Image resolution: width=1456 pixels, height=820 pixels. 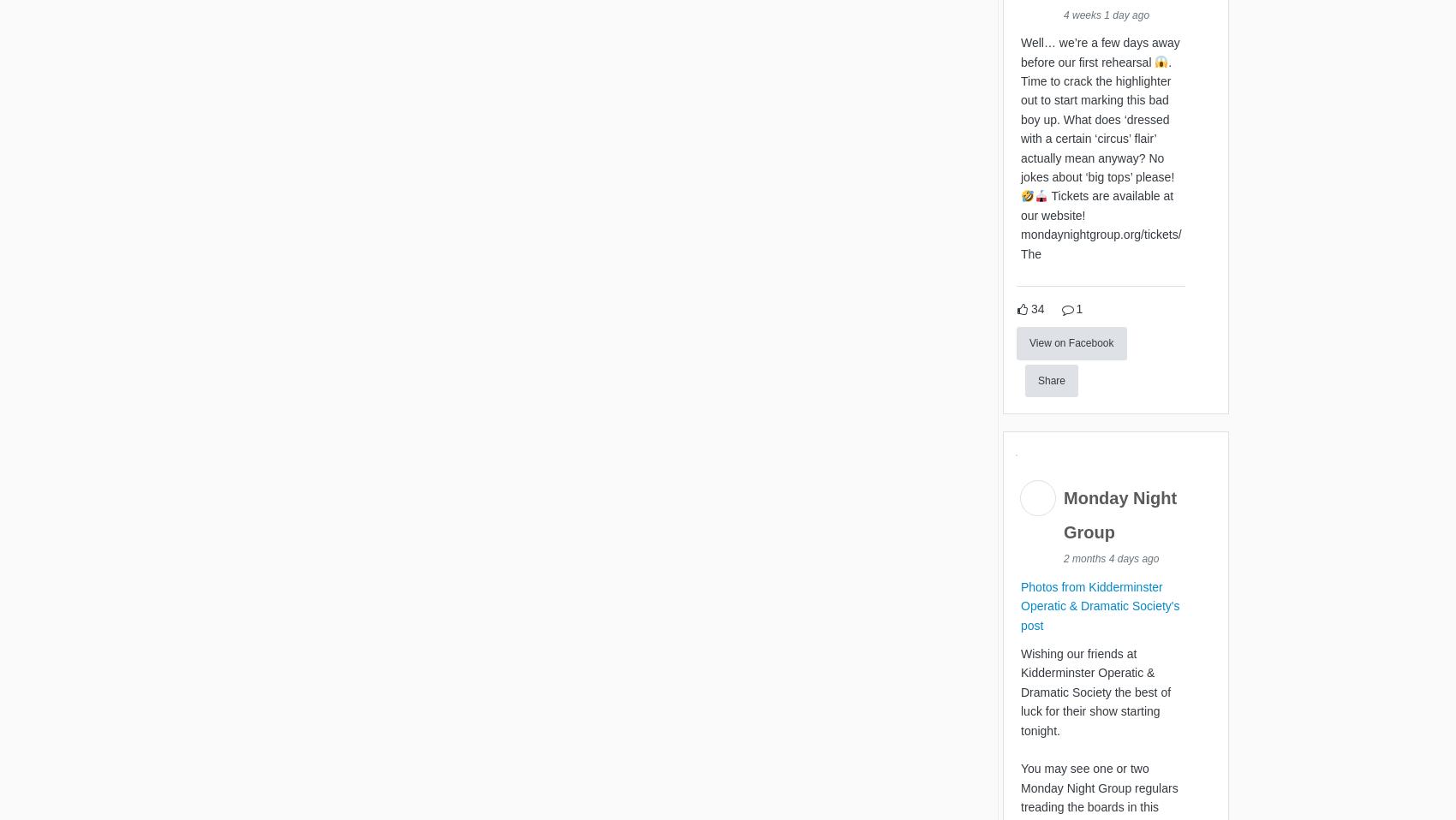 I want to click on 'Wishing our friends at Kidderminster Operatic & Dramatic Society the best of luck for their show starting tonight.', so click(x=1095, y=694).